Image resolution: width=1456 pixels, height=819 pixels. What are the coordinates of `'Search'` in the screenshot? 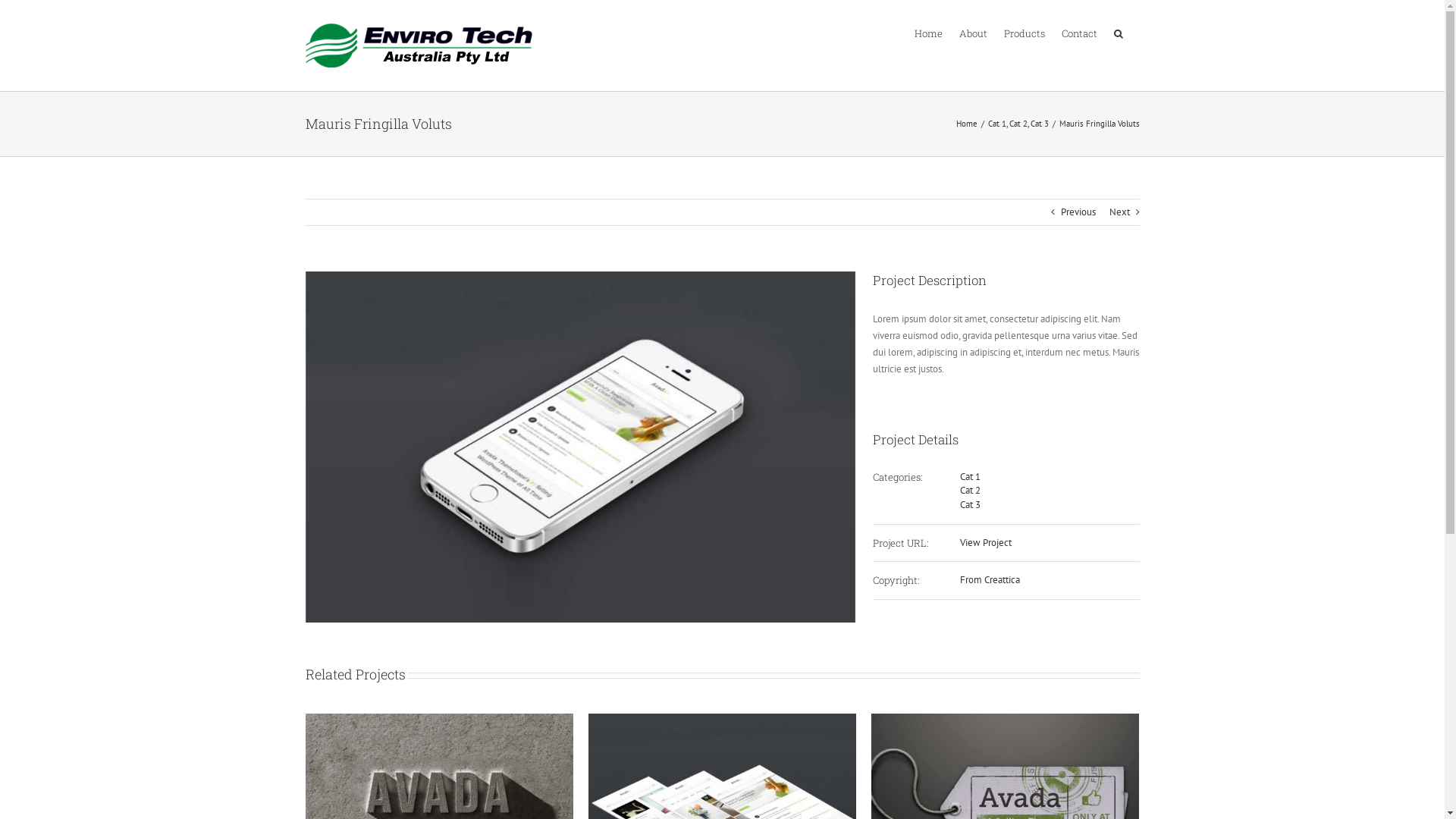 It's located at (1117, 32).